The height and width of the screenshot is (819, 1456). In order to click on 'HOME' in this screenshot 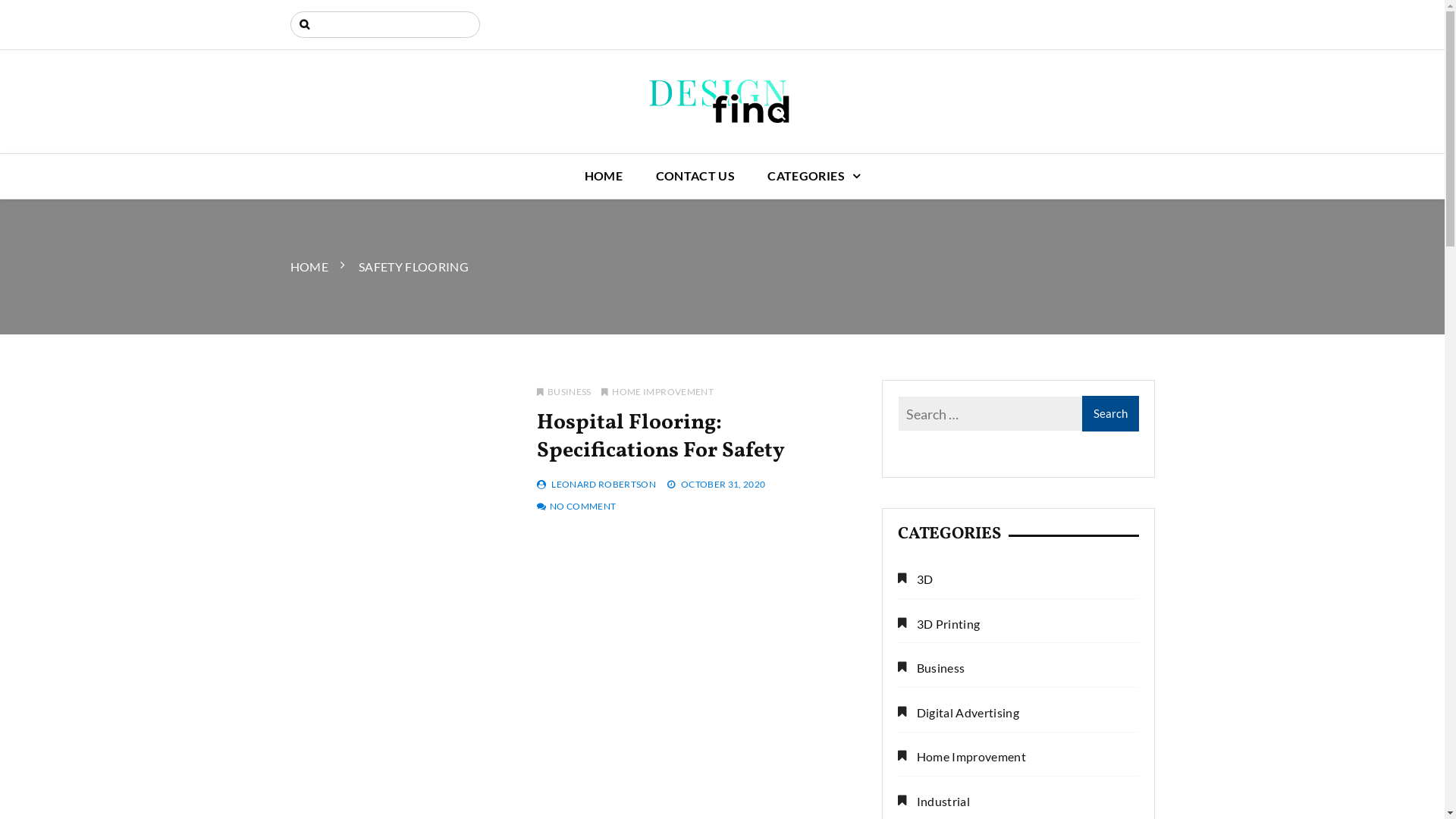, I will do `click(290, 265)`.